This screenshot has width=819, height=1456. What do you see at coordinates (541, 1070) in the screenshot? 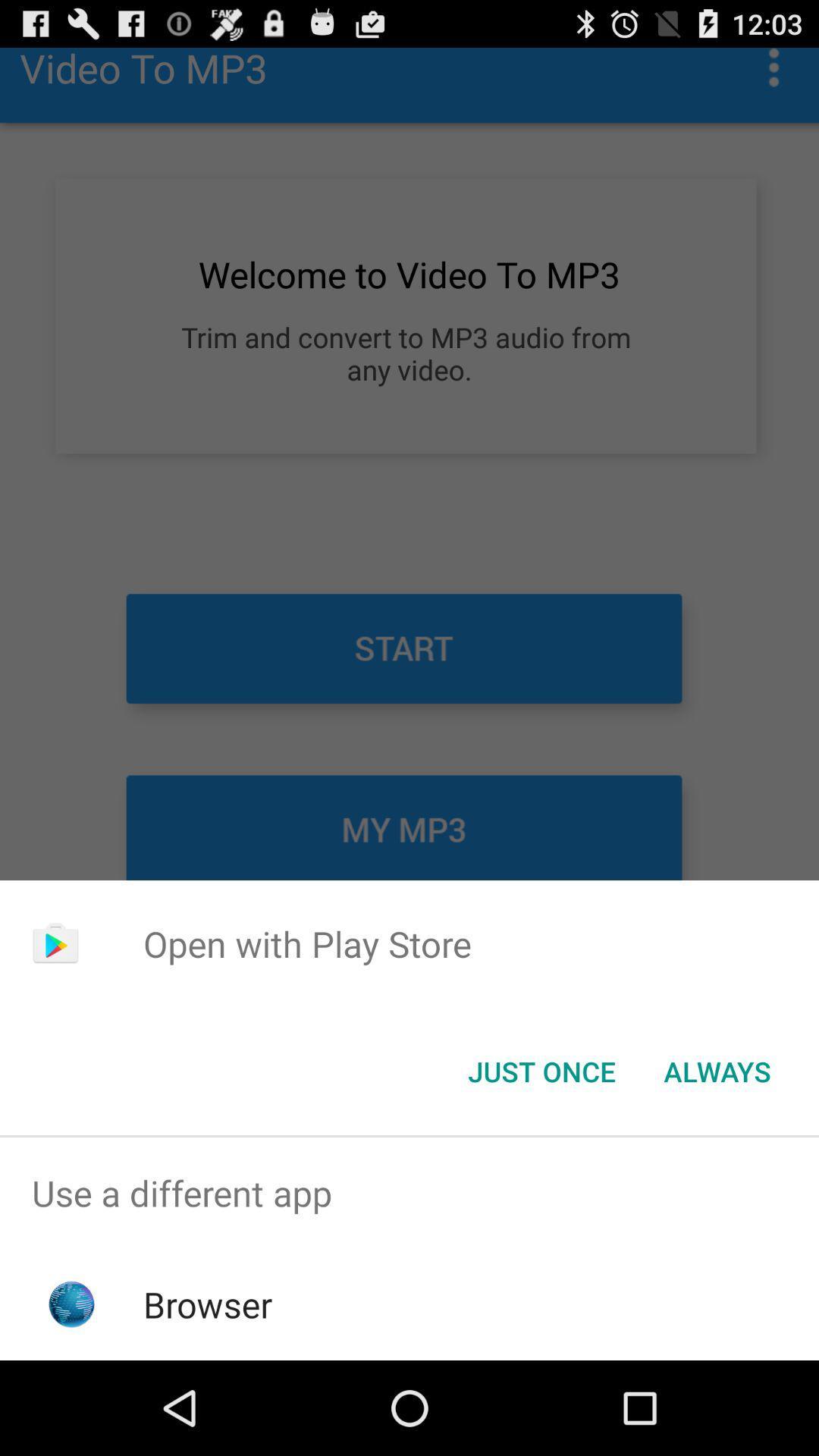
I see `the app below open with play item` at bounding box center [541, 1070].